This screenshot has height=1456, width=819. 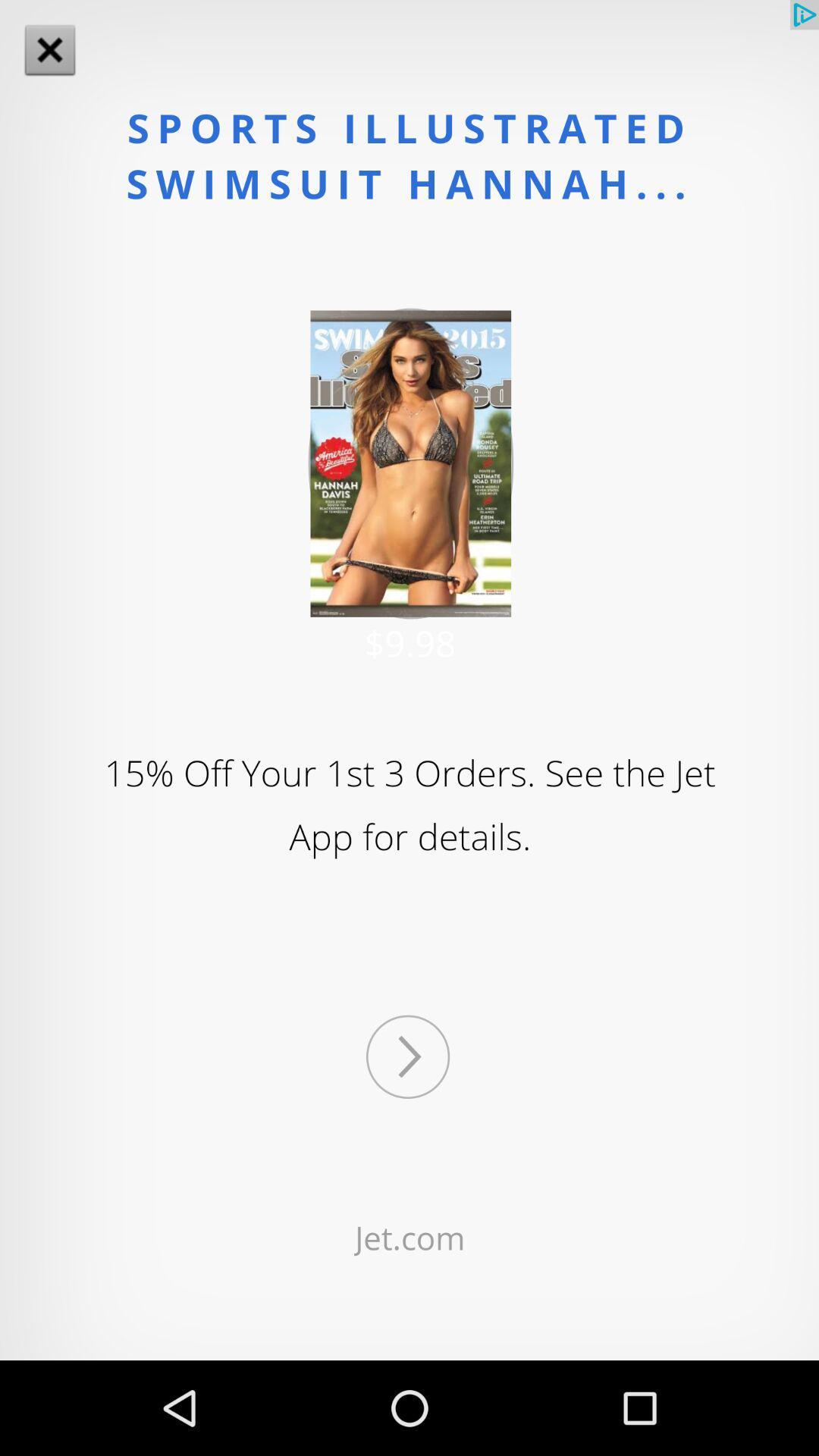 I want to click on the close icon, so click(x=49, y=53).